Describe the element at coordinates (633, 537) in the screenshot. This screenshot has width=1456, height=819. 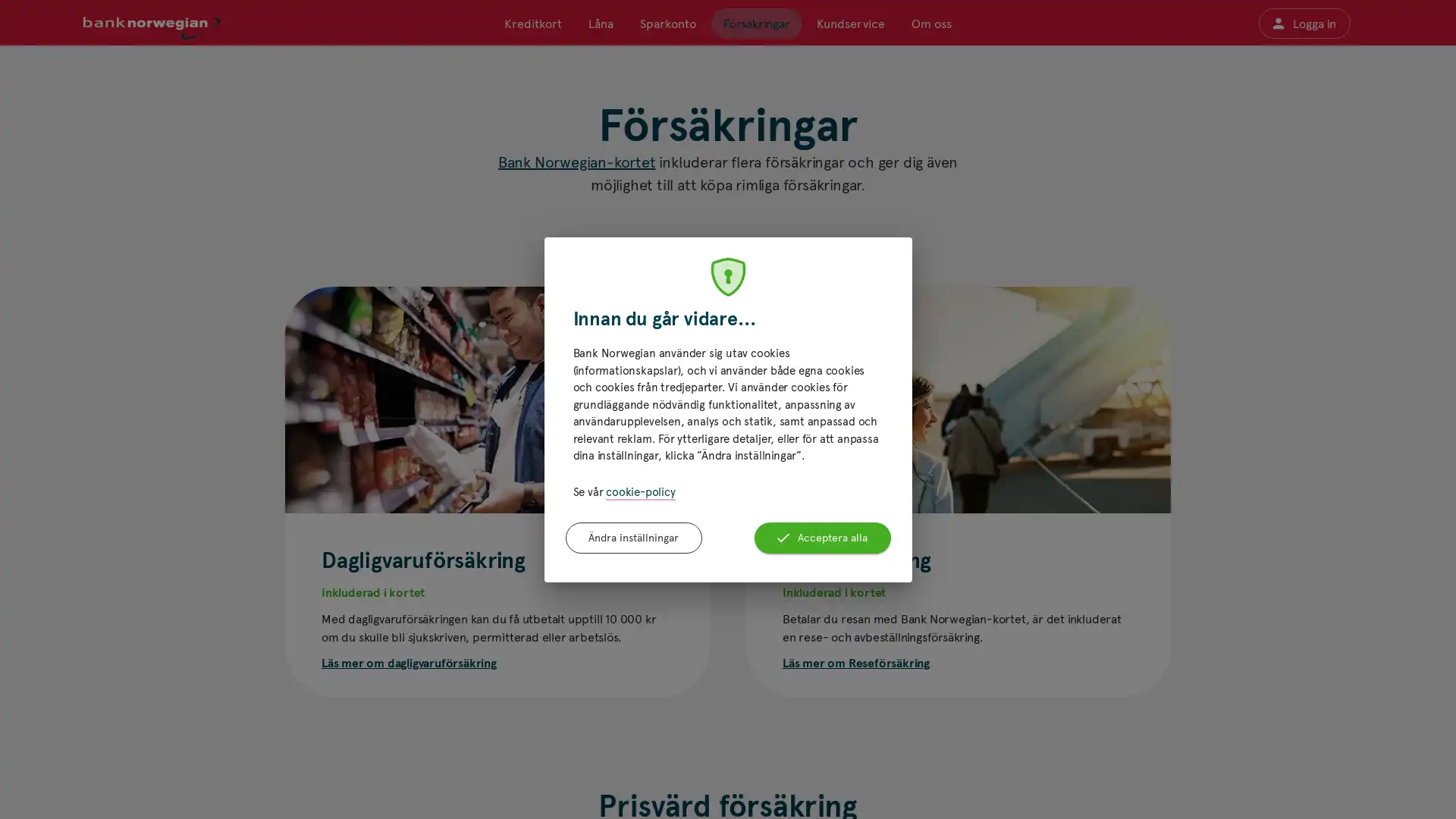
I see `Andra installningar` at that location.